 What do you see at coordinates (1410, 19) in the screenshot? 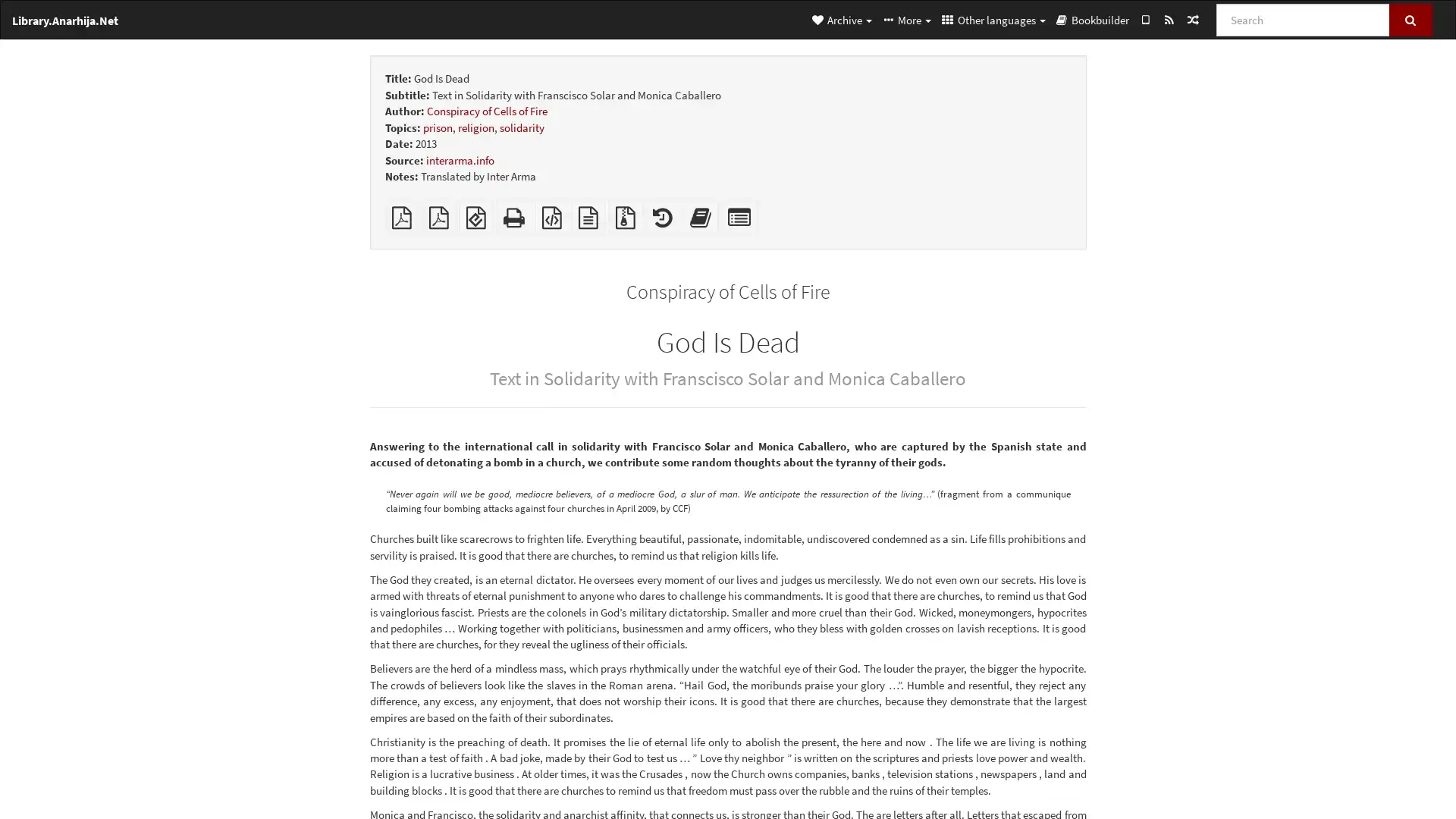
I see `Search` at bounding box center [1410, 19].